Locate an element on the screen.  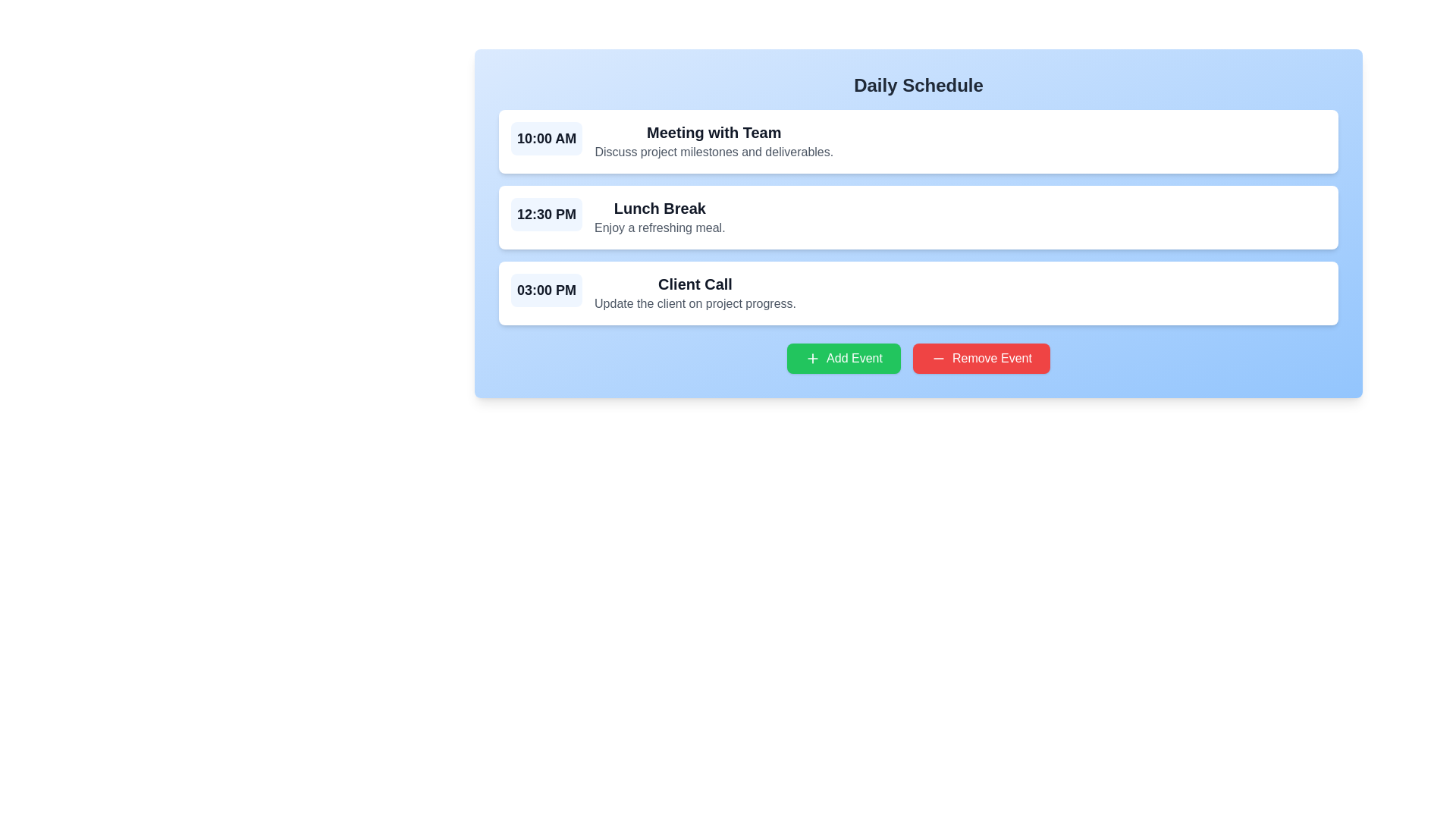
the Text Label displaying 'Enjoy a refreshing meal.' located under the 'Lunch Break' title in the schedule interface is located at coordinates (660, 227).